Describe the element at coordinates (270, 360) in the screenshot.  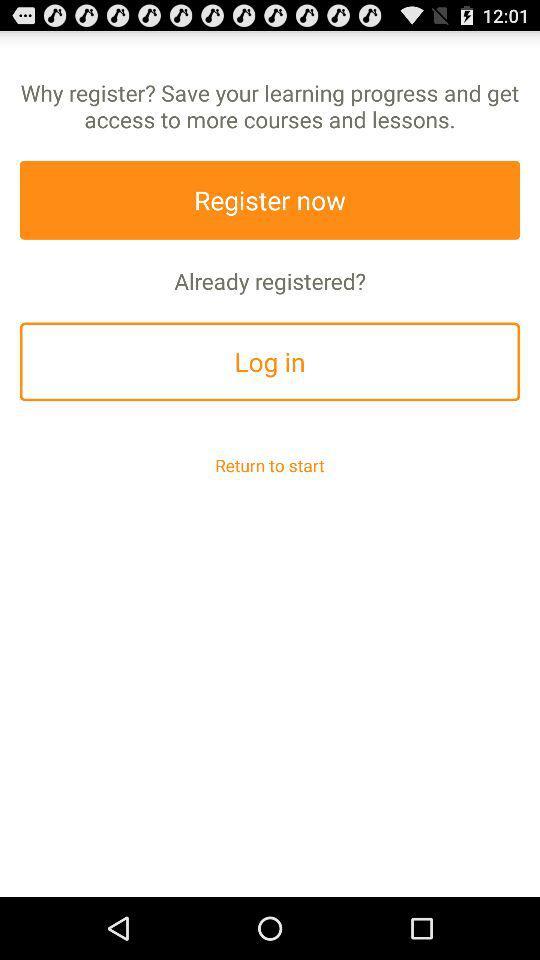
I see `the item above the return to start app` at that location.